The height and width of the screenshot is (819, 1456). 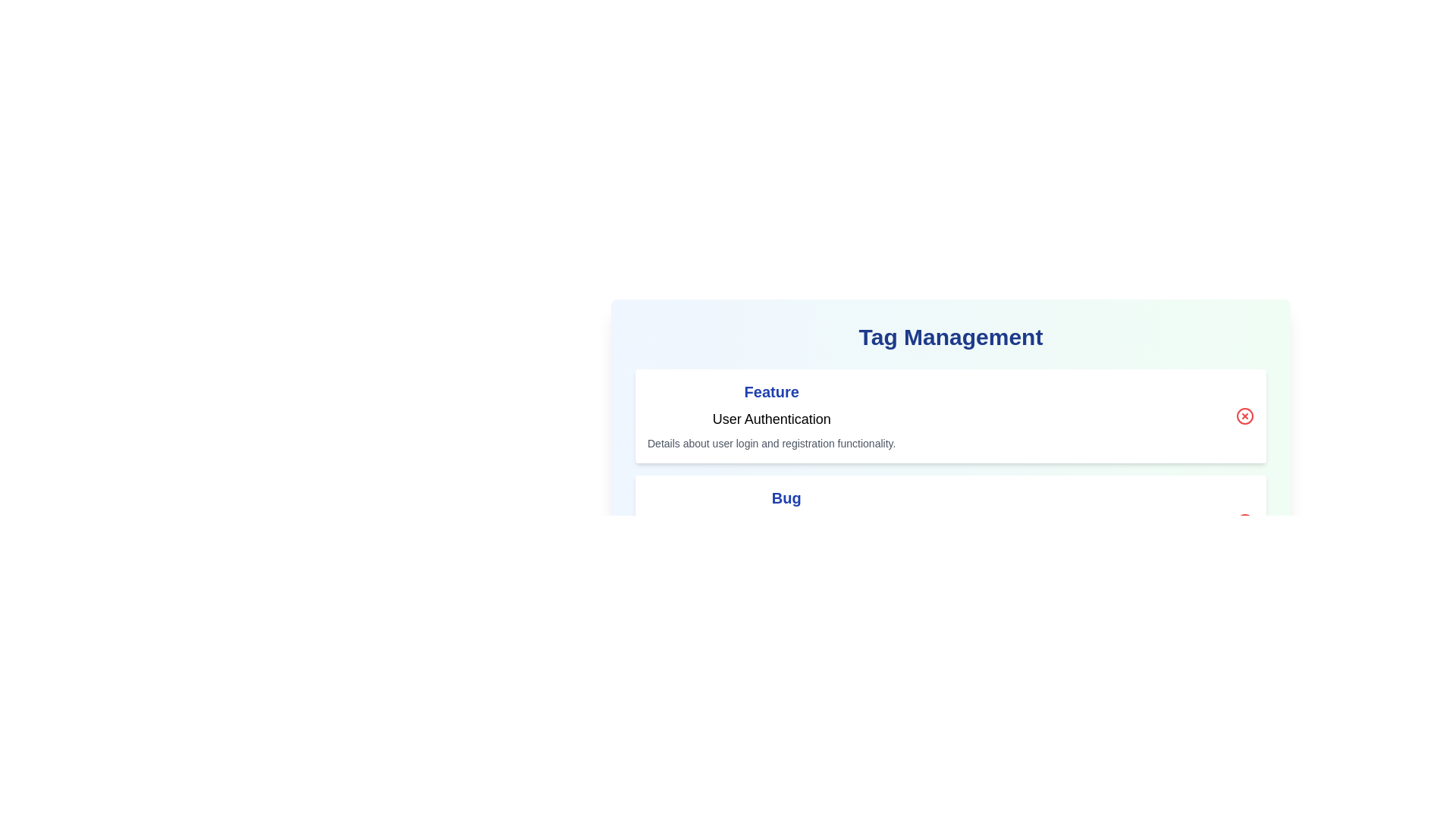 What do you see at coordinates (771, 419) in the screenshot?
I see `the Text Label that serves as a subsection title for user authentication, labeled 'User Authentication', which is located between the heading 'Feature' and the description 'Details about user login and registration functionality'` at bounding box center [771, 419].